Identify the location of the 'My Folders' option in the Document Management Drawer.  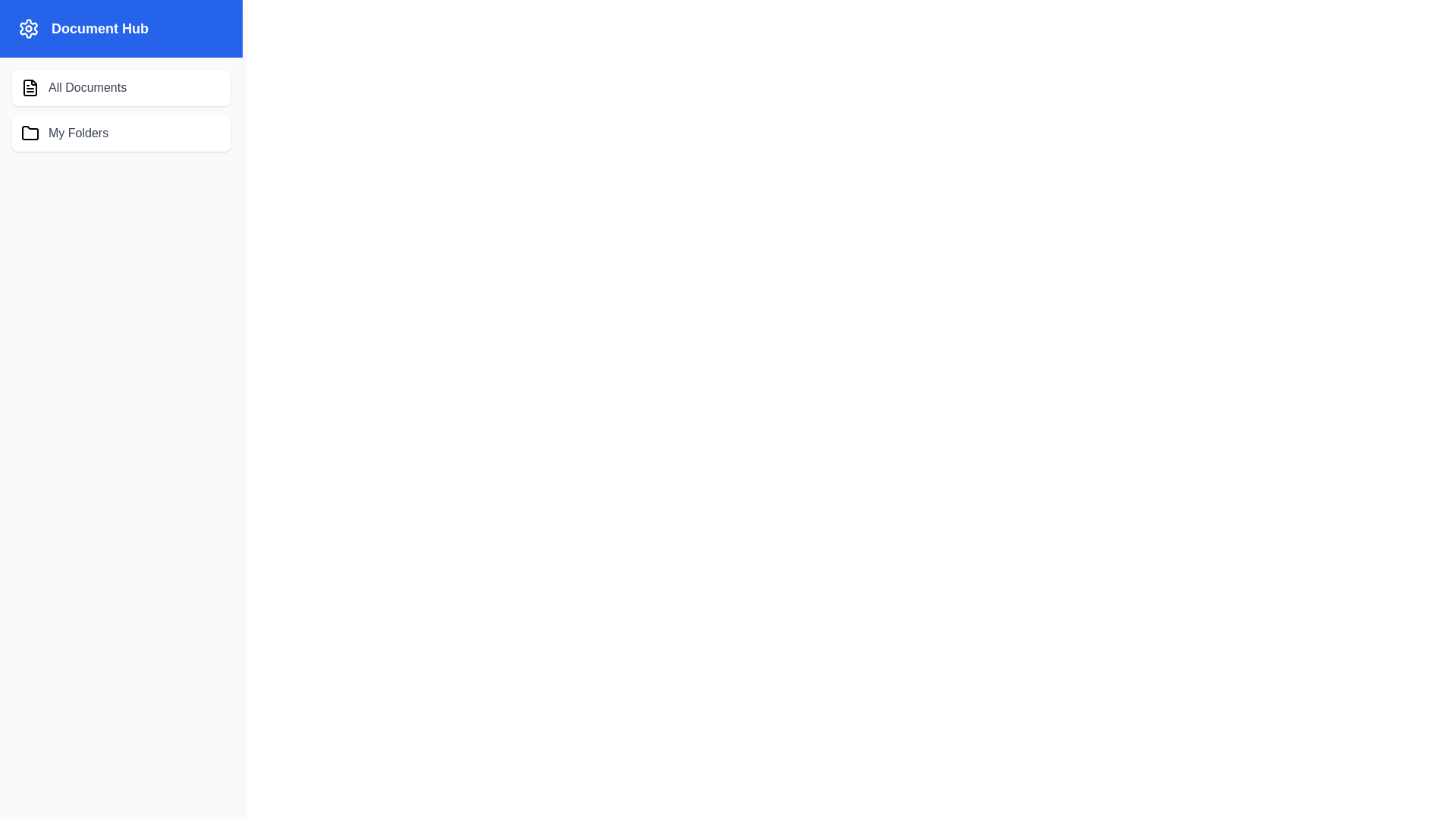
(120, 133).